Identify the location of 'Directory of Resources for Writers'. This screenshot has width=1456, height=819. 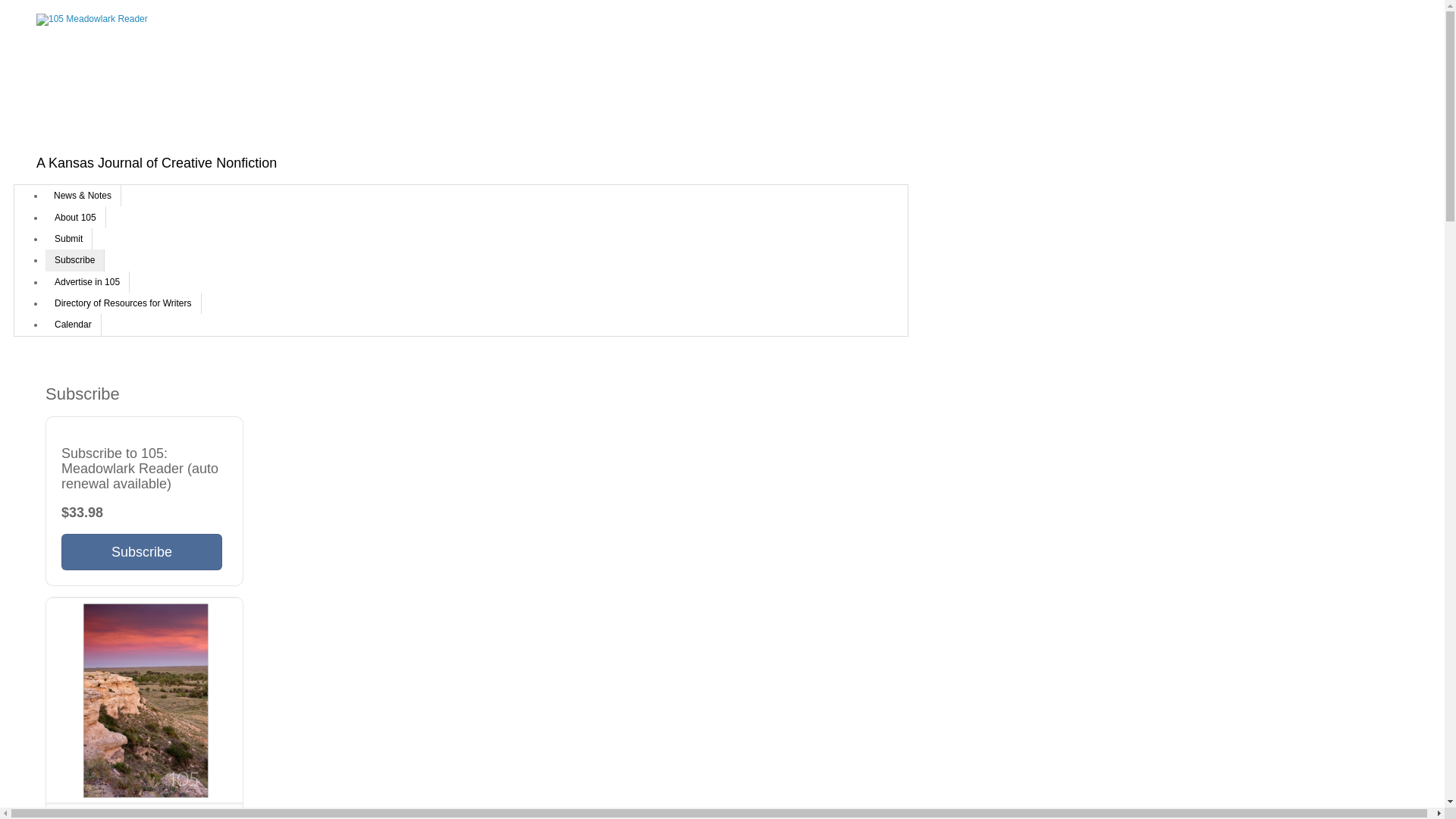
(123, 303).